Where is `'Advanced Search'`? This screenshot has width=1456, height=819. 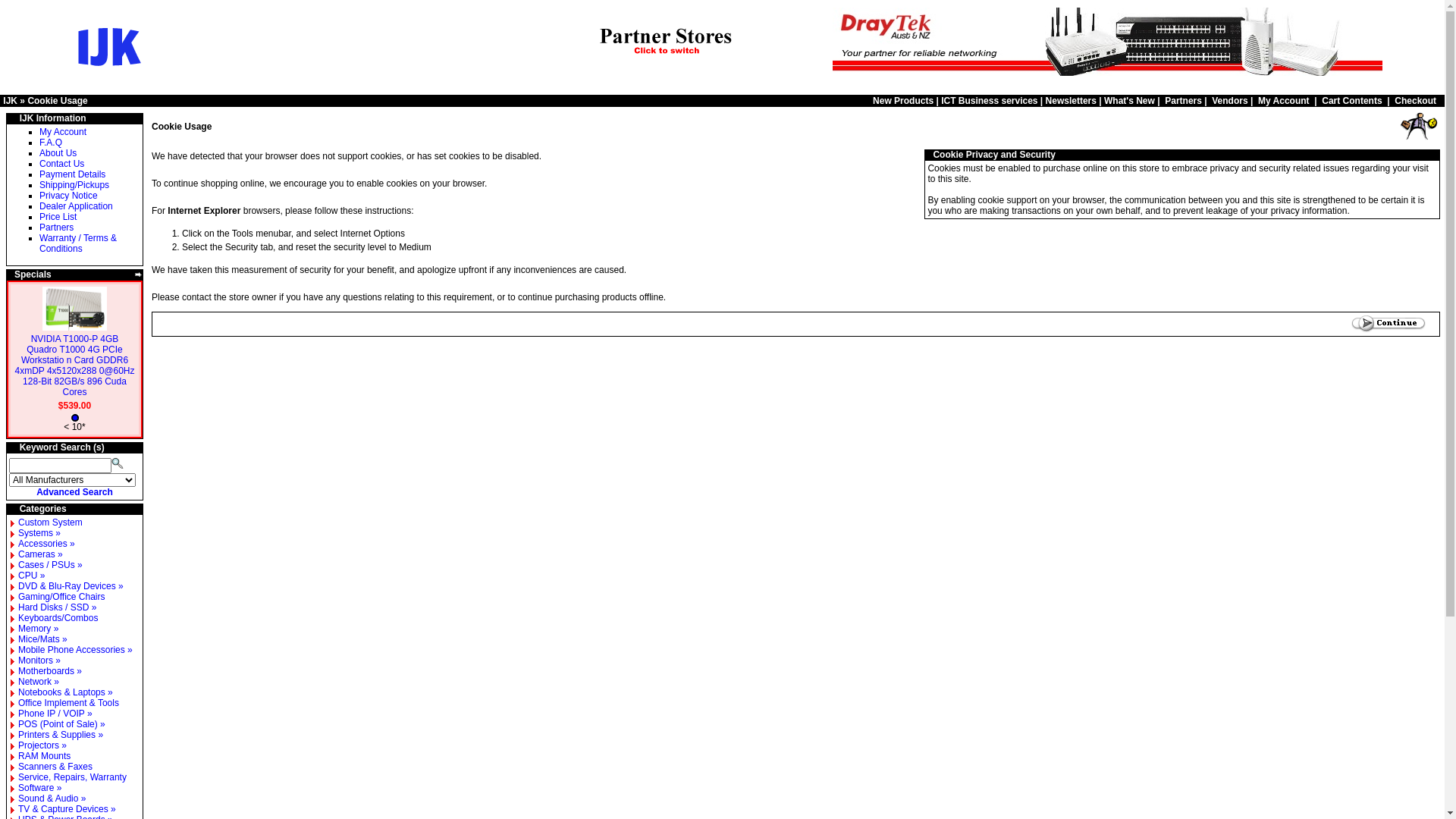
'Advanced Search' is located at coordinates (74, 491).